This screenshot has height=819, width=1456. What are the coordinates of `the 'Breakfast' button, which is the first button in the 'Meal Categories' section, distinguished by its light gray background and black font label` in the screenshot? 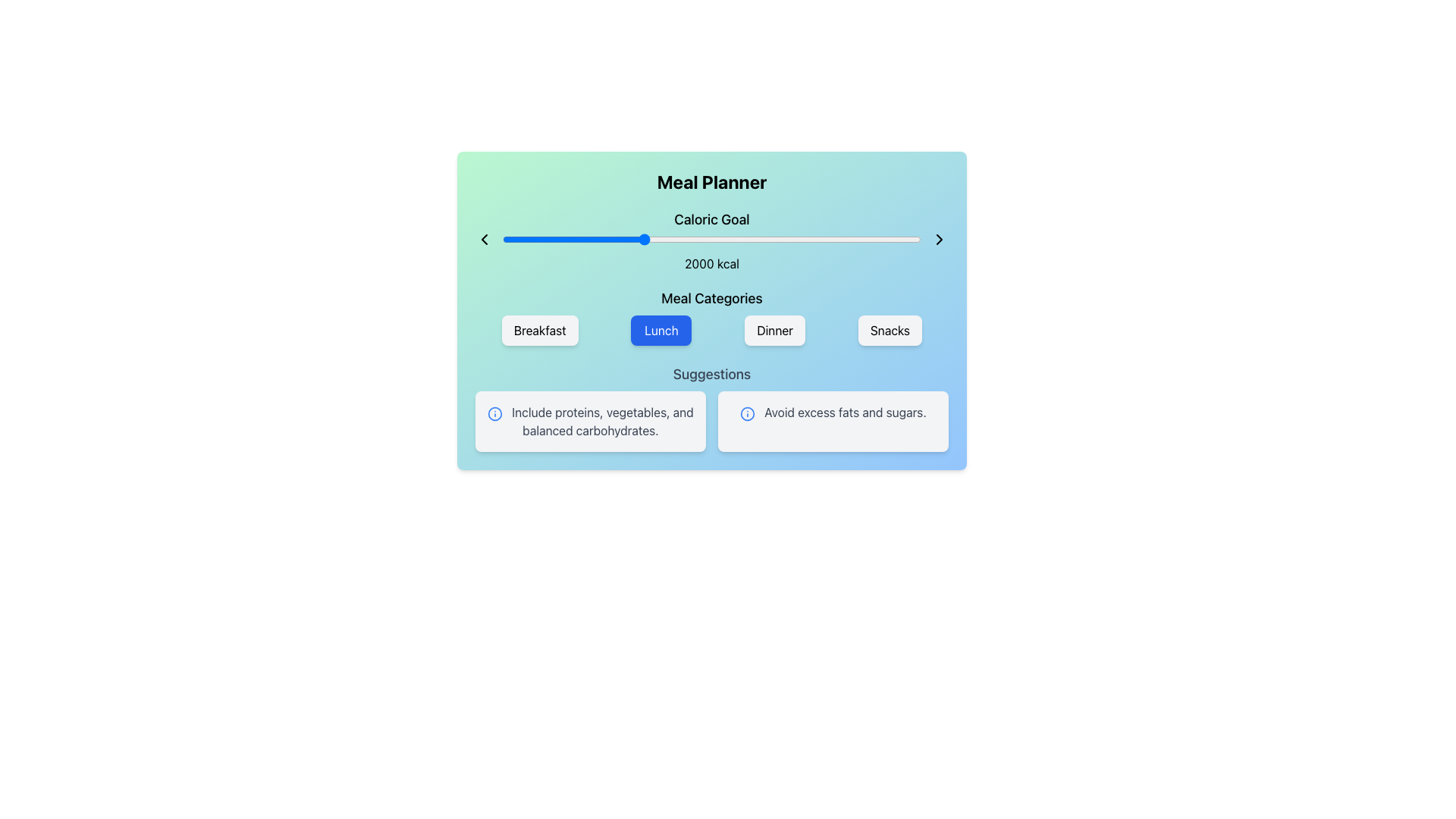 It's located at (540, 329).